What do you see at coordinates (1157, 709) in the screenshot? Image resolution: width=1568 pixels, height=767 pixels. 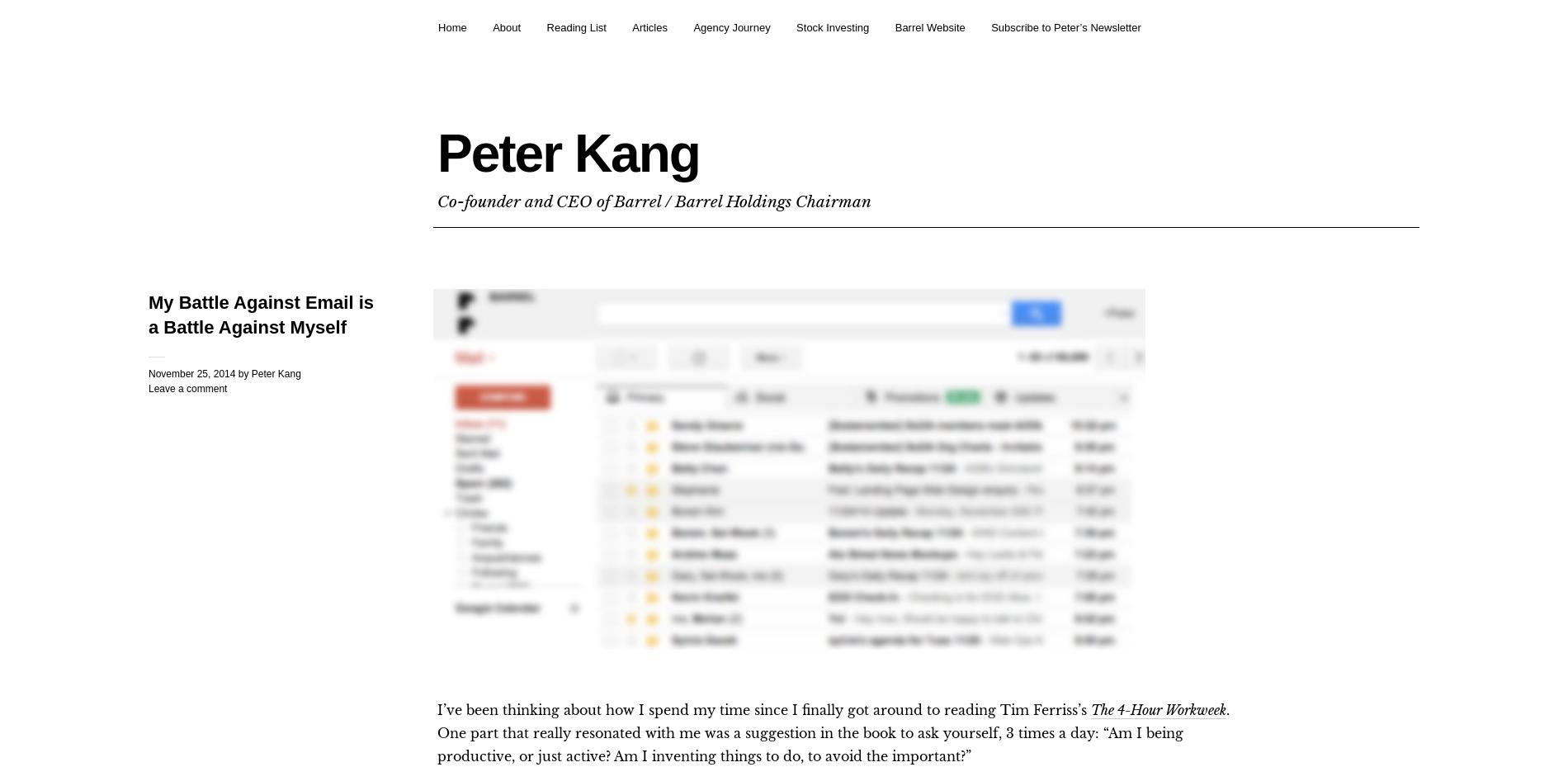 I see `'The 4-Hour Workweek'` at bounding box center [1157, 709].